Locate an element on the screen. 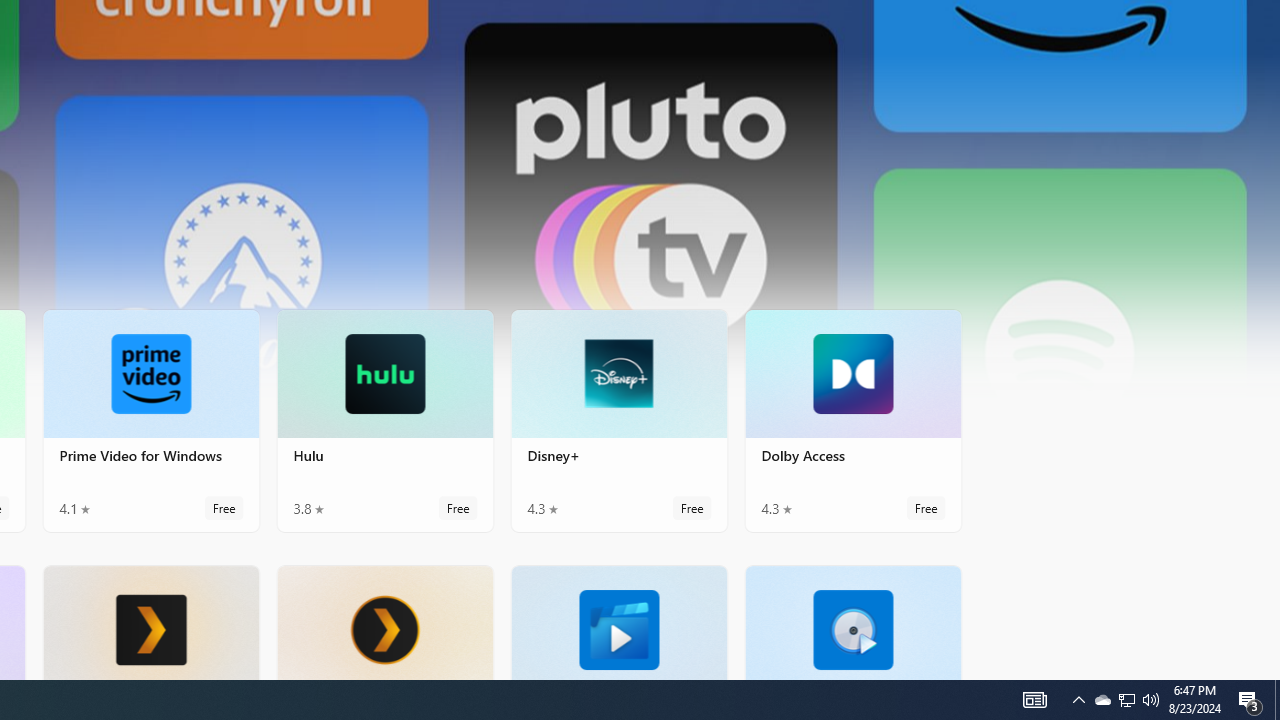 The height and width of the screenshot is (720, 1280). 'Disney+. Average rating of 4.3 out of five stars. Free  ' is located at coordinates (617, 419).